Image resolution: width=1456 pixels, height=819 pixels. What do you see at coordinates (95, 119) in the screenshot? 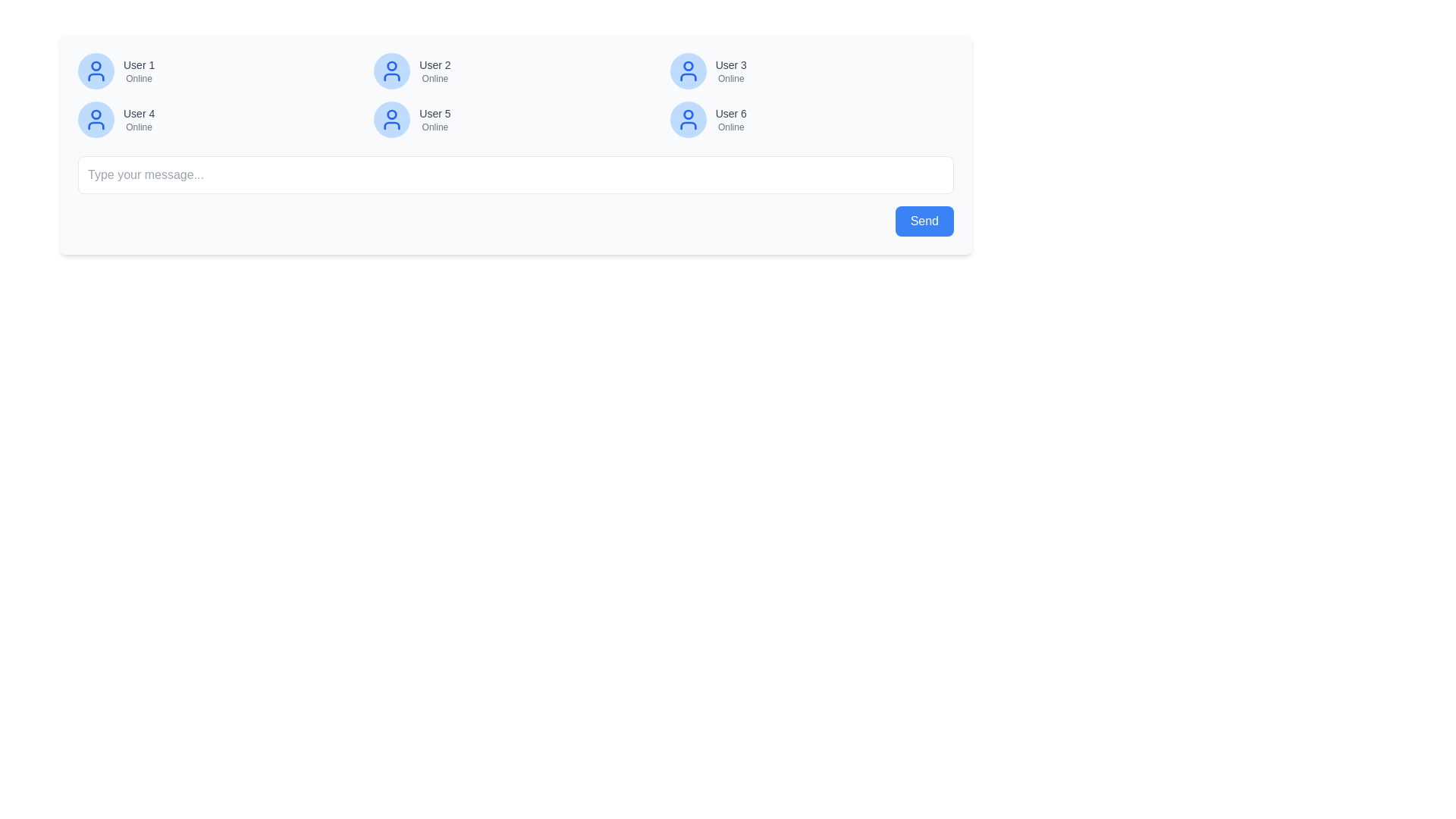
I see `the user profile icon located directly above the 'User 4' text in the user list, which is the second user icon in the leftmost column` at bounding box center [95, 119].